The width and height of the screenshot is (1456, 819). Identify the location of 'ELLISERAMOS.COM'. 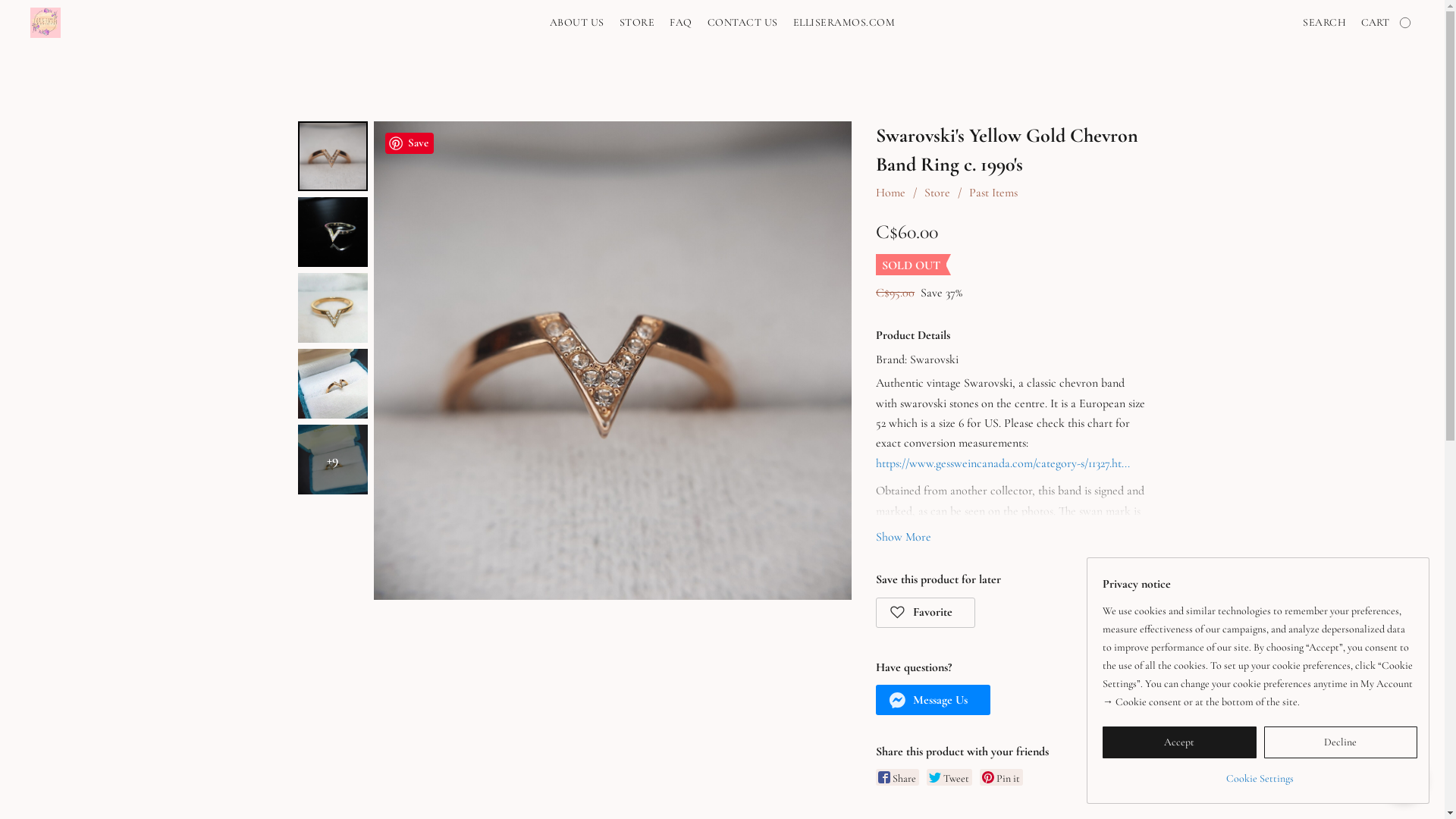
(839, 23).